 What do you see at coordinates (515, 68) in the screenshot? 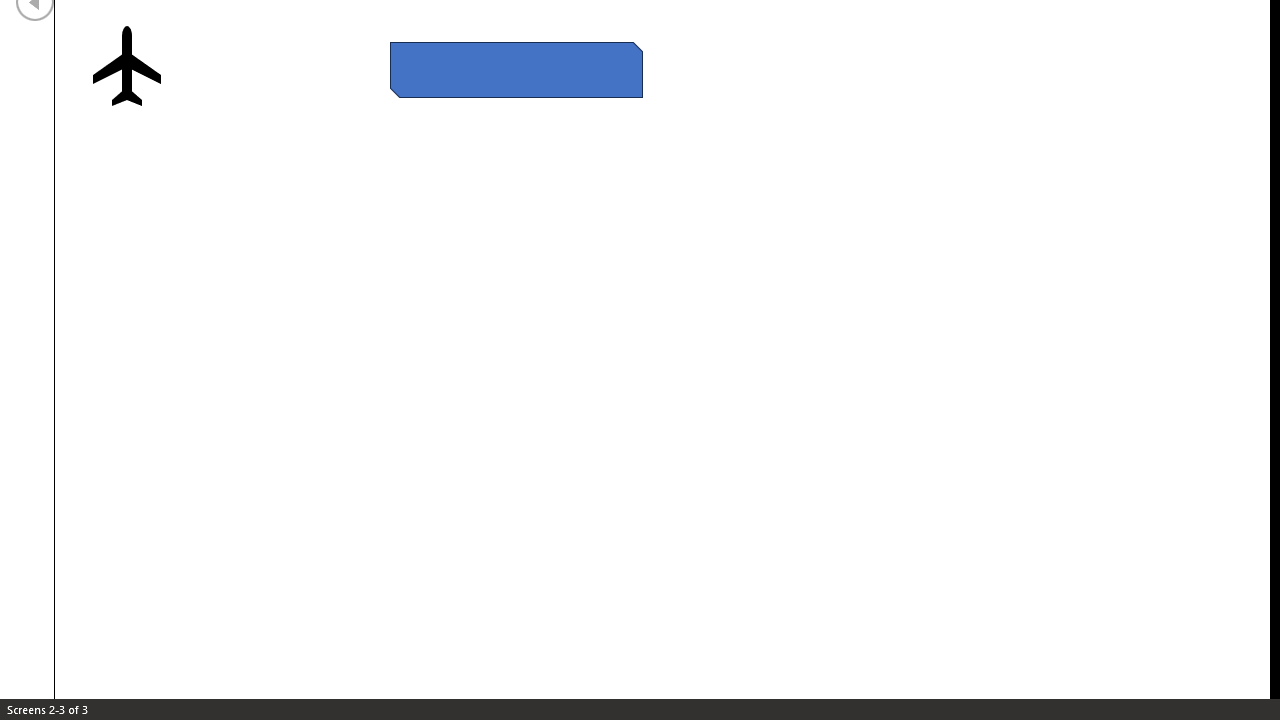
I see `'Rectangle: Diagonal Corners Snipped 2'` at bounding box center [515, 68].